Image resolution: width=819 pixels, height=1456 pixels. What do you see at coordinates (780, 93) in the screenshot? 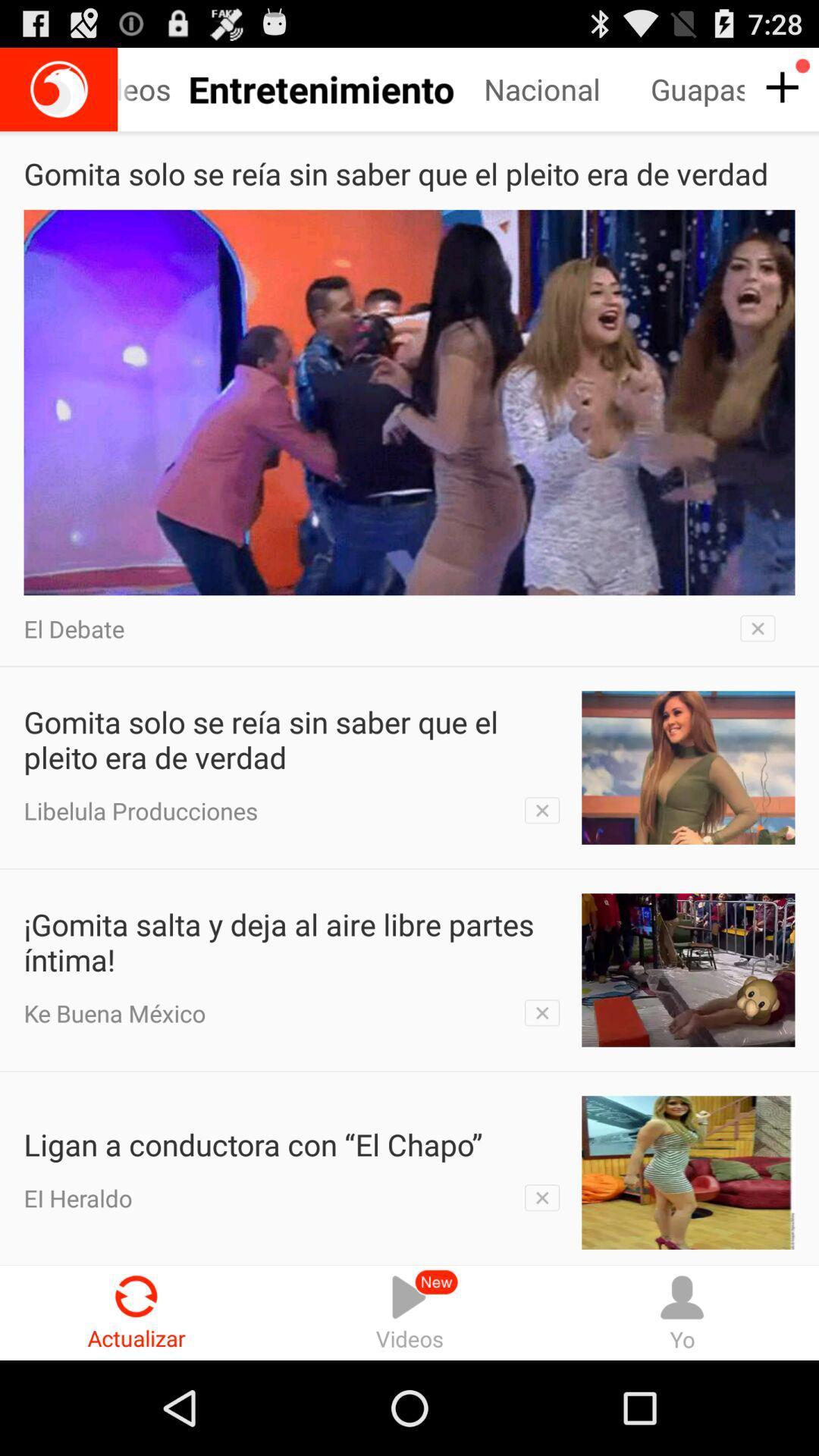
I see `the add icon` at bounding box center [780, 93].